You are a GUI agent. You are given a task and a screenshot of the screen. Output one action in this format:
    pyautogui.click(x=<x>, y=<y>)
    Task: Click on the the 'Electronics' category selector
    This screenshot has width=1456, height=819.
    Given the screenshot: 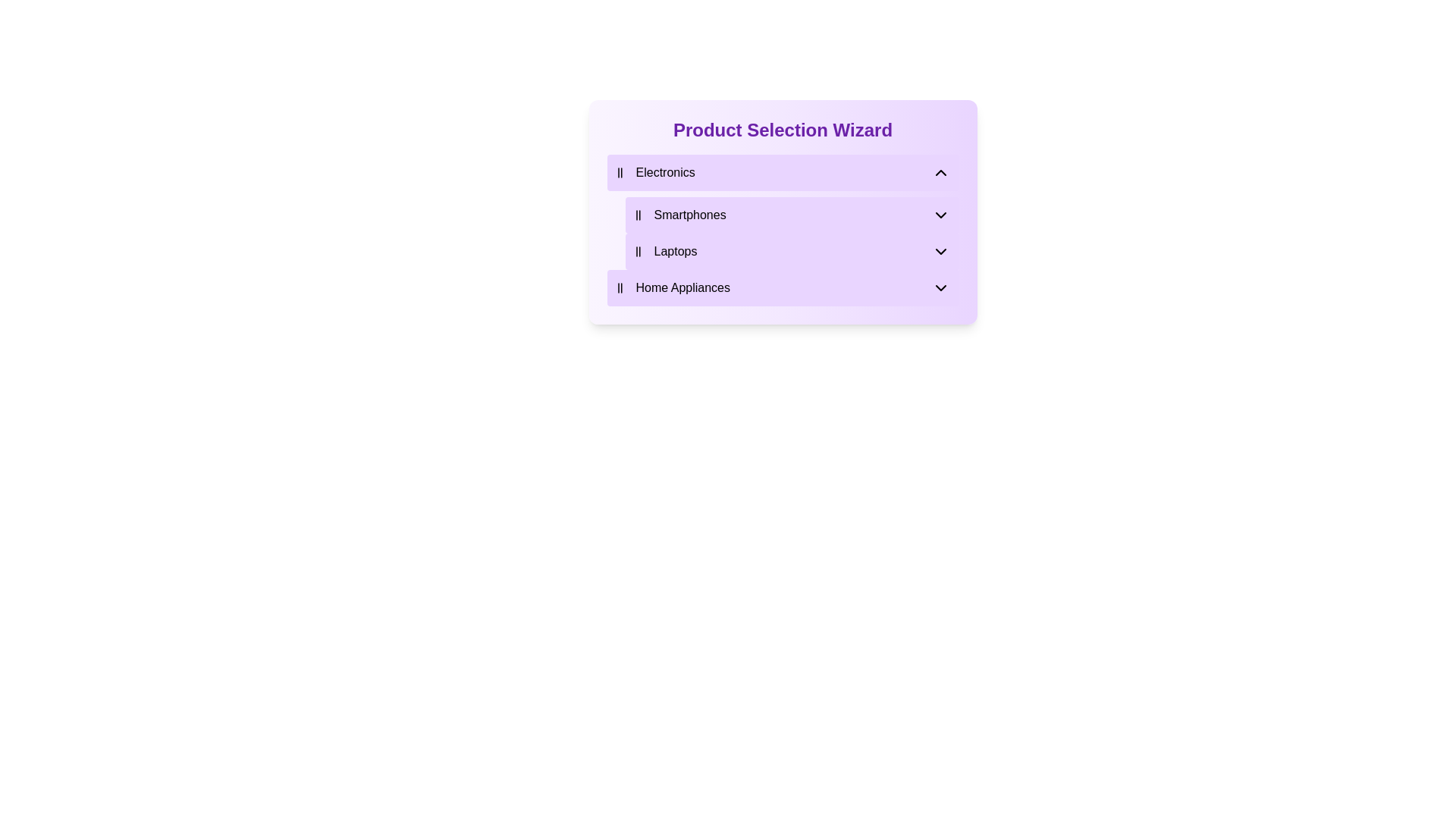 What is the action you would take?
    pyautogui.click(x=655, y=171)
    